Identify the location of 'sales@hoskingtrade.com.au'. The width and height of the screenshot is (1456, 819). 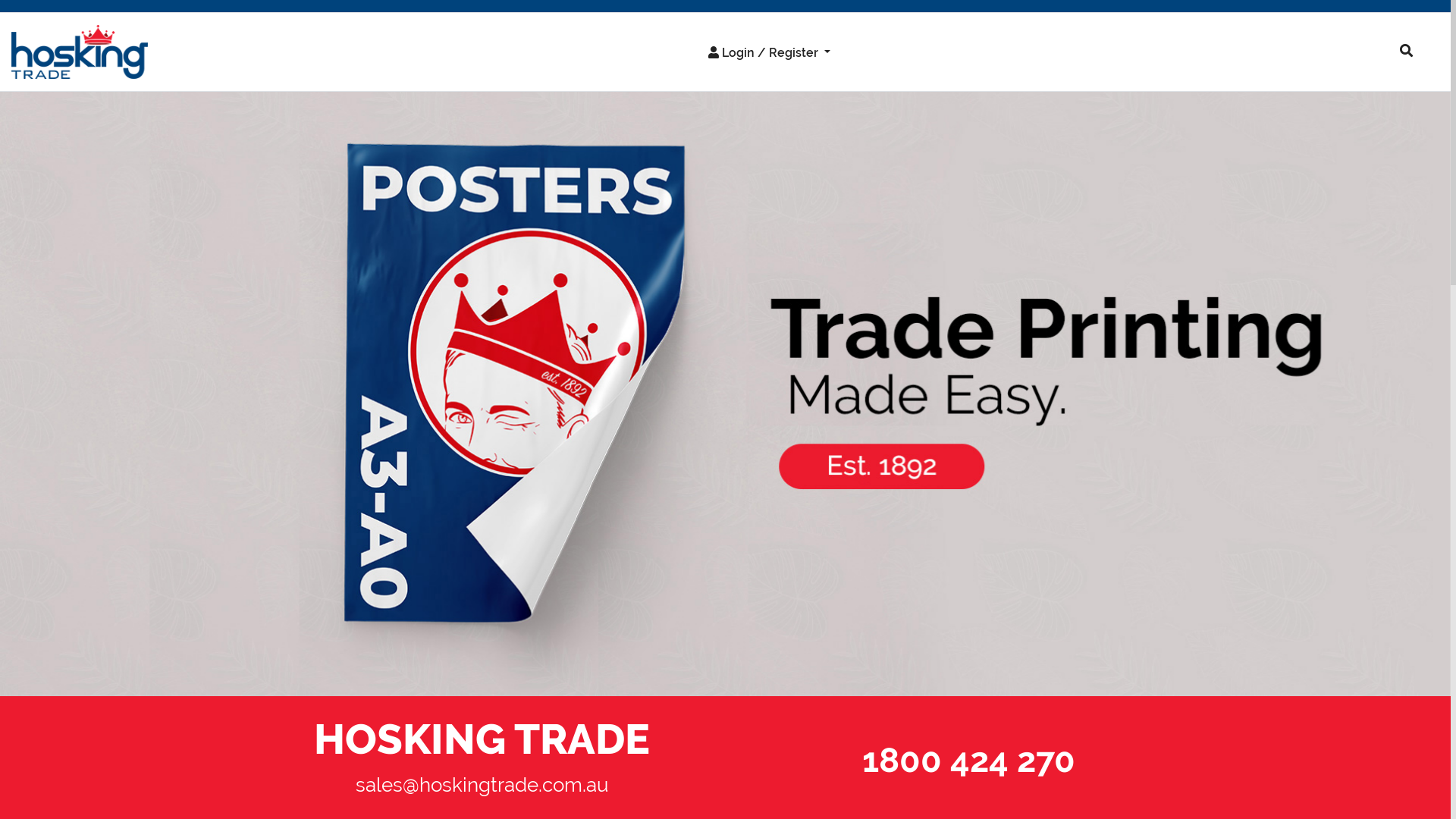
(481, 784).